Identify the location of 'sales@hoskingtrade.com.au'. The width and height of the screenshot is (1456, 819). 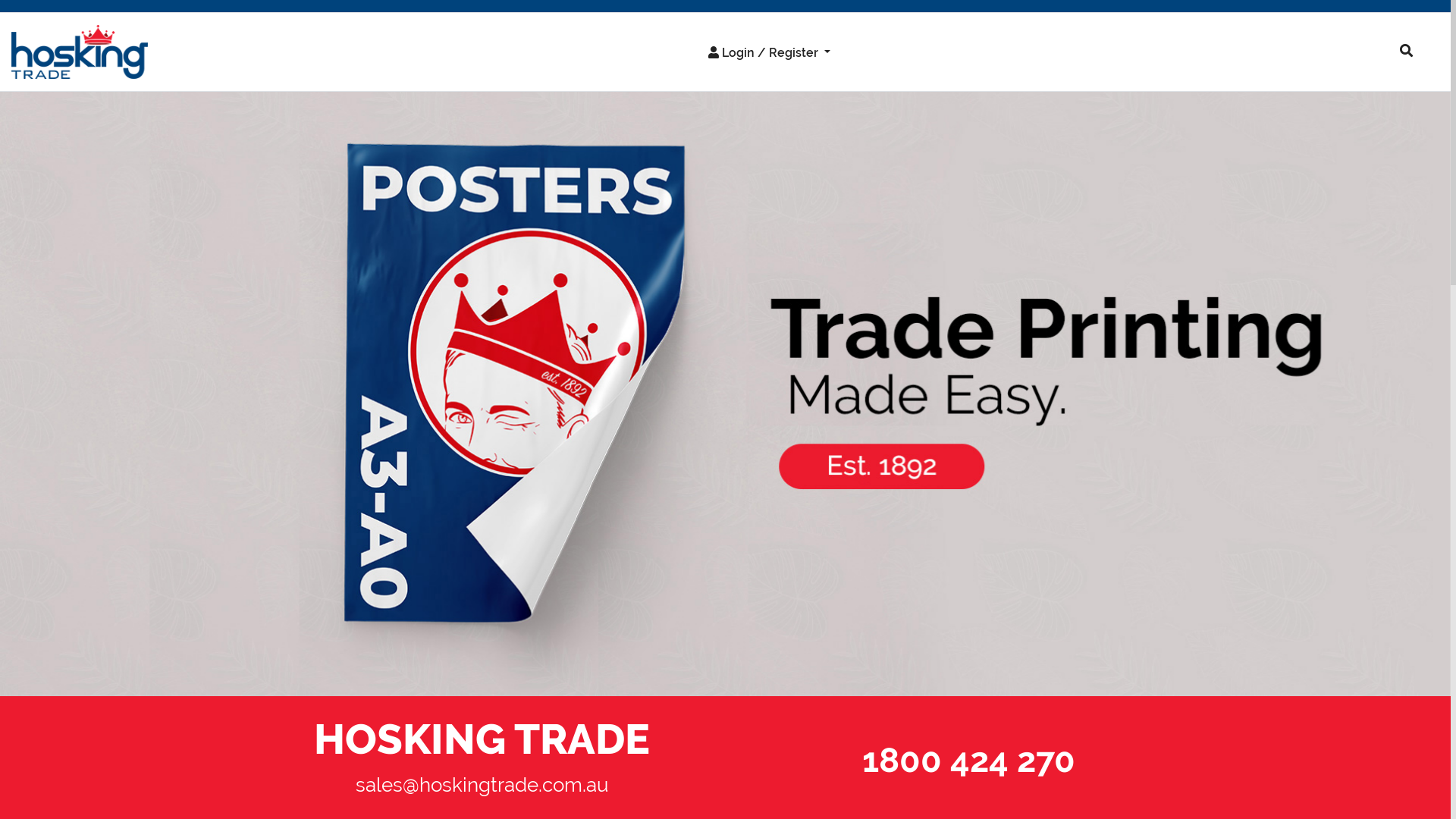
(481, 784).